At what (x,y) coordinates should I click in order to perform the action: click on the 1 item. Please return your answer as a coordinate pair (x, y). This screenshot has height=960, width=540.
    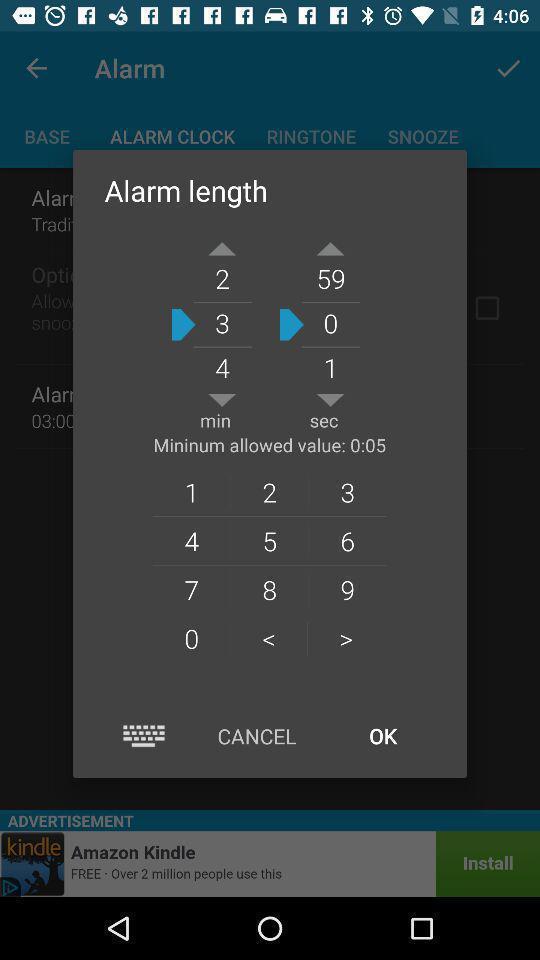
    Looking at the image, I should click on (191, 491).